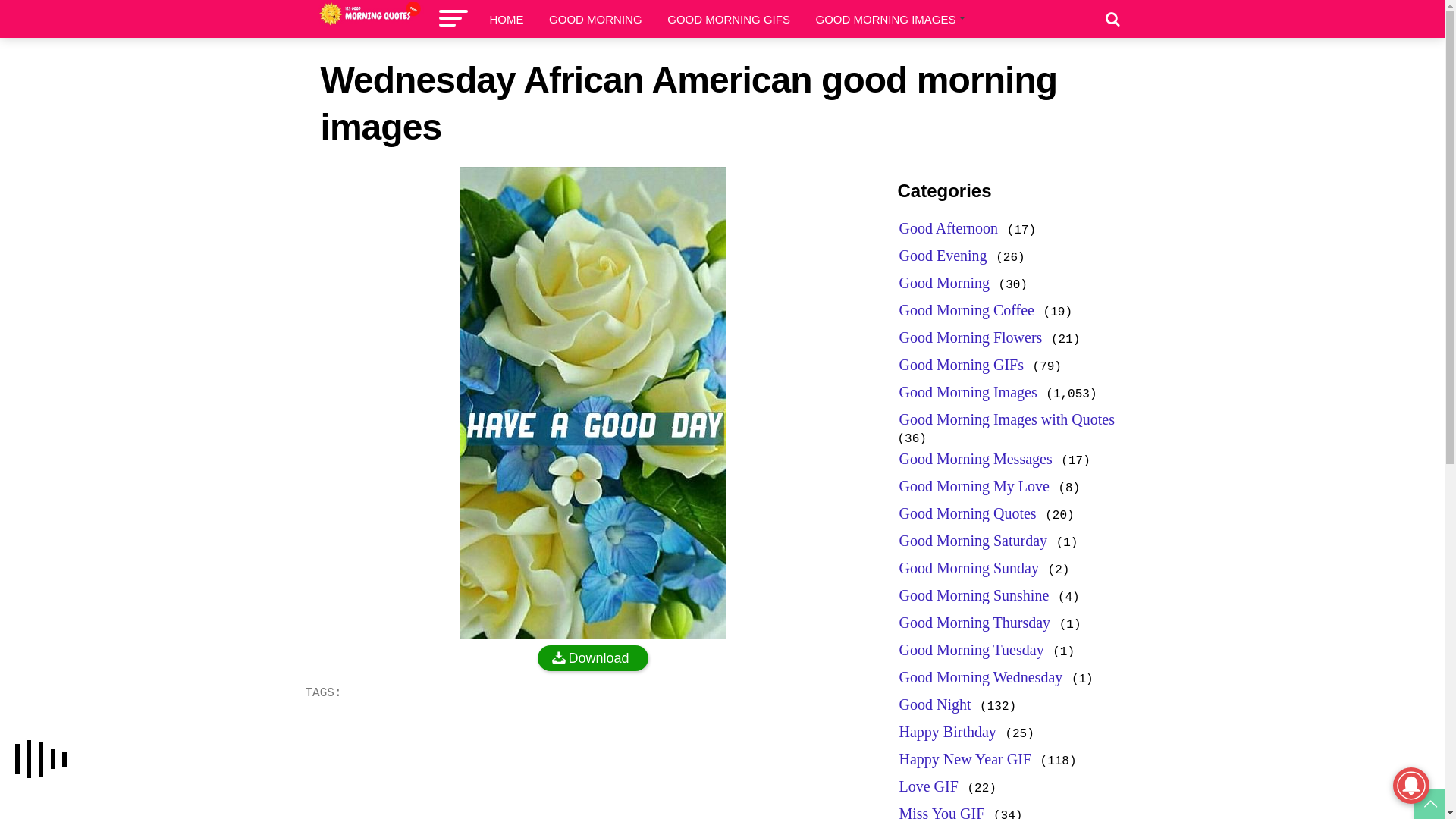 The image size is (1456, 819). What do you see at coordinates (967, 391) in the screenshot?
I see `'Good Morning Images'` at bounding box center [967, 391].